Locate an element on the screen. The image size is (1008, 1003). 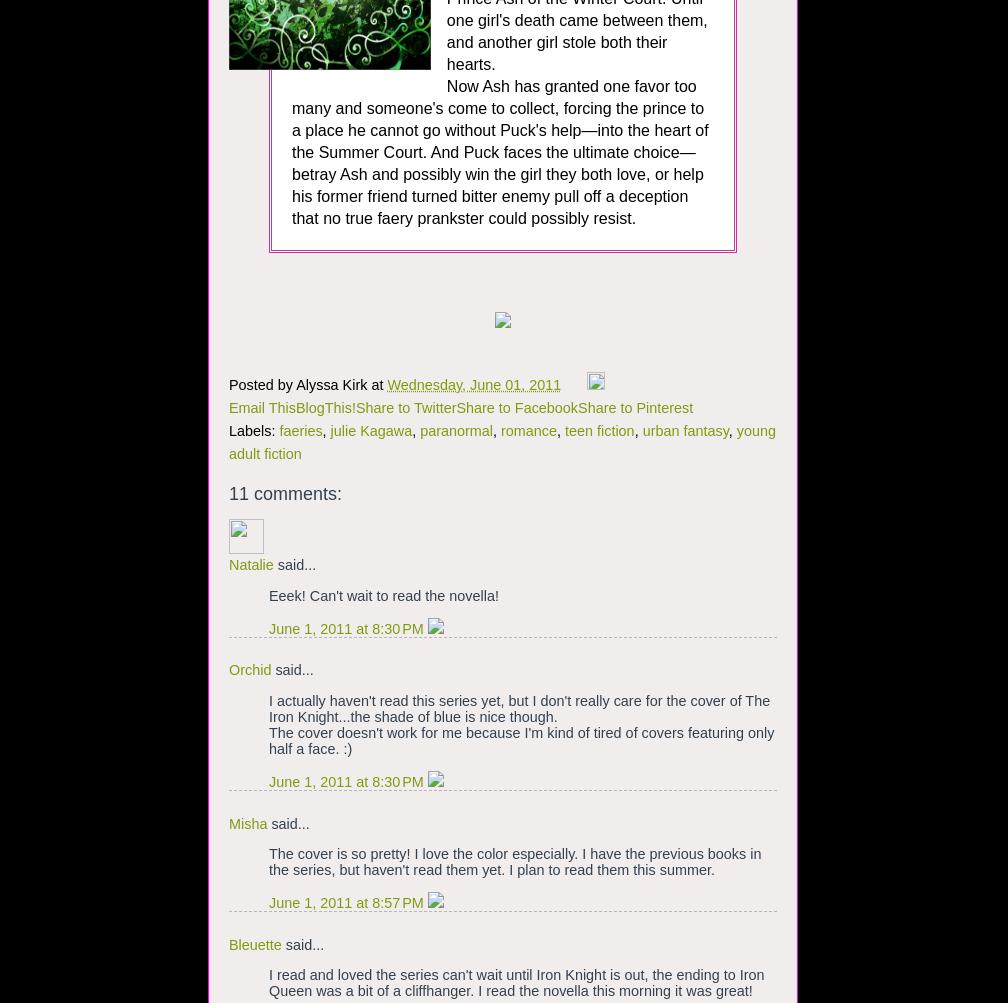
'June 1, 2011 at 8:57 PM' is located at coordinates (347, 903).